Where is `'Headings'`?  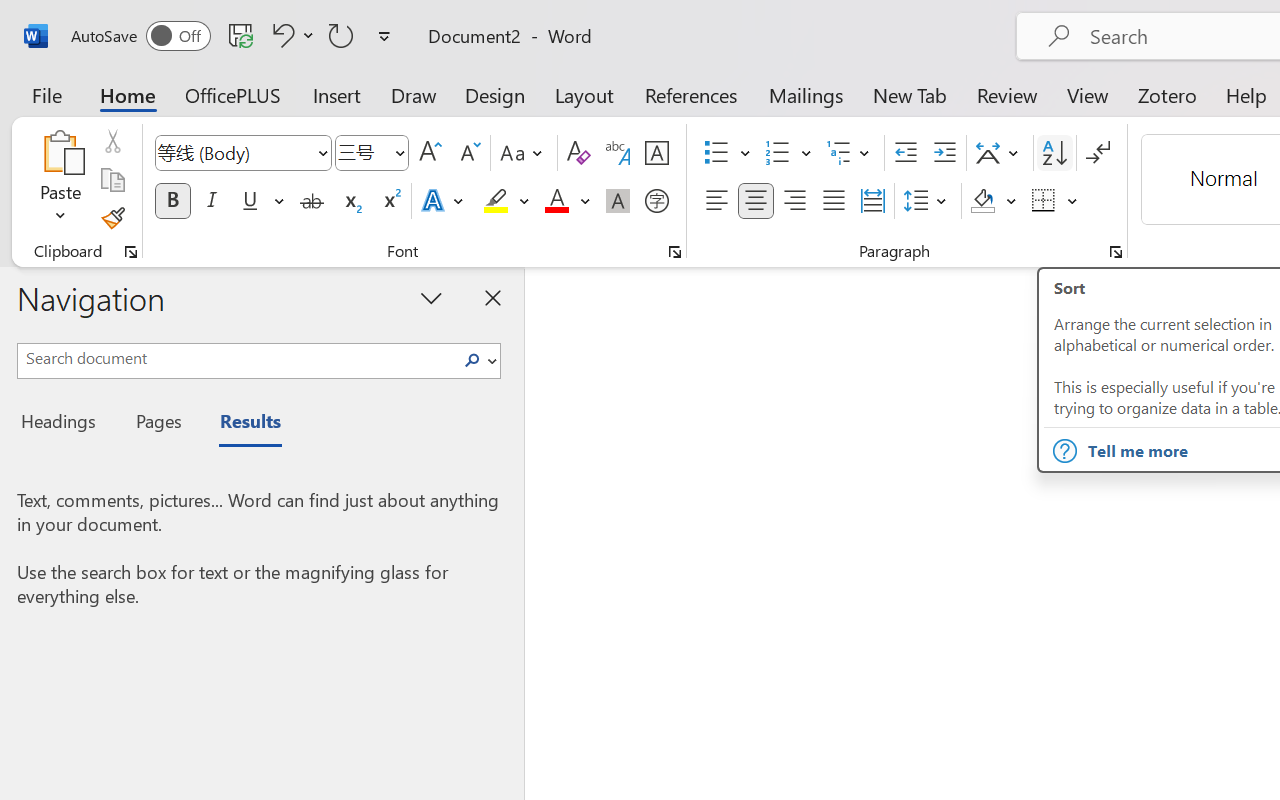
'Headings' is located at coordinates (65, 424).